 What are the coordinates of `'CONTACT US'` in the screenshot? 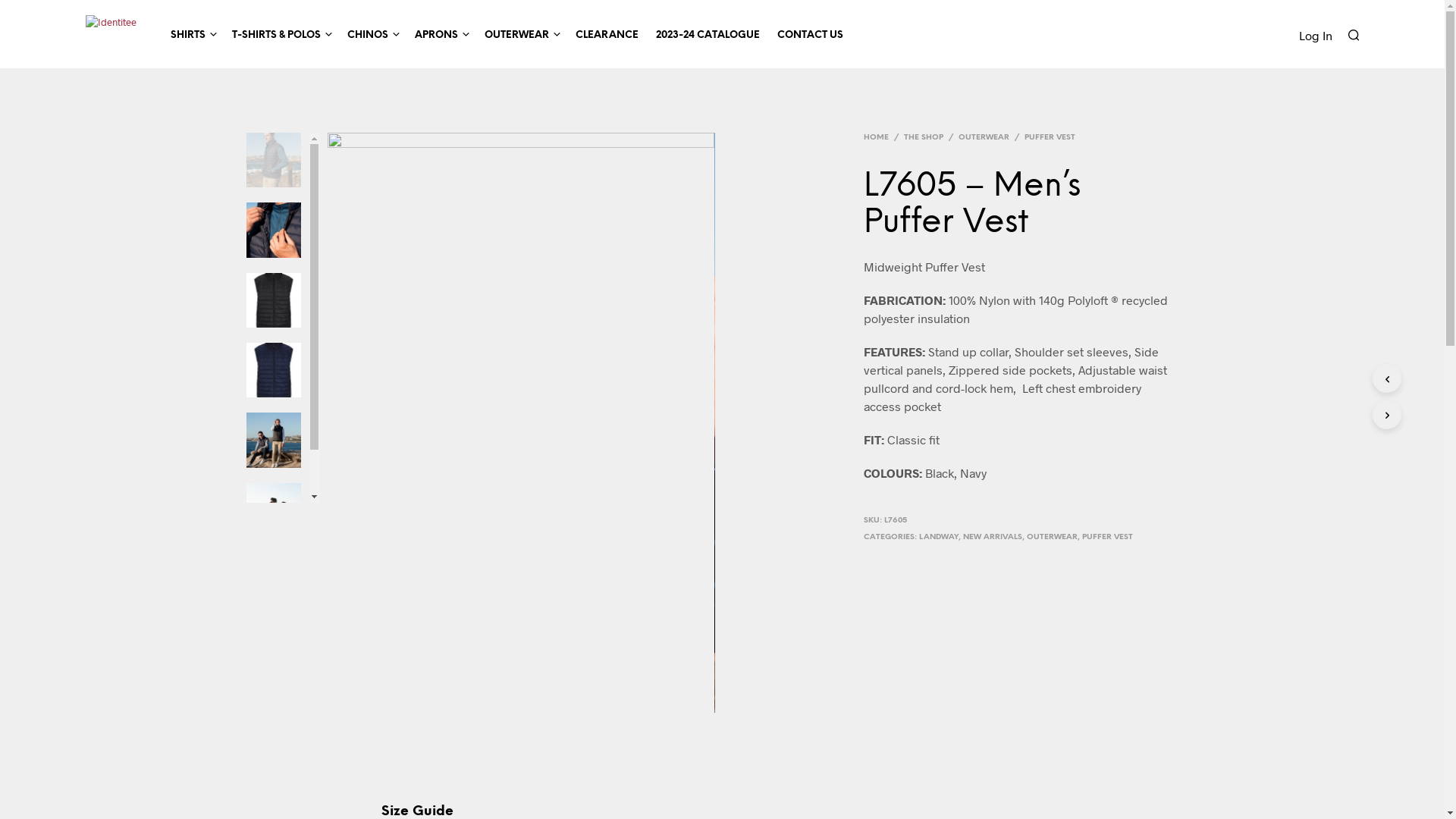 It's located at (808, 34).